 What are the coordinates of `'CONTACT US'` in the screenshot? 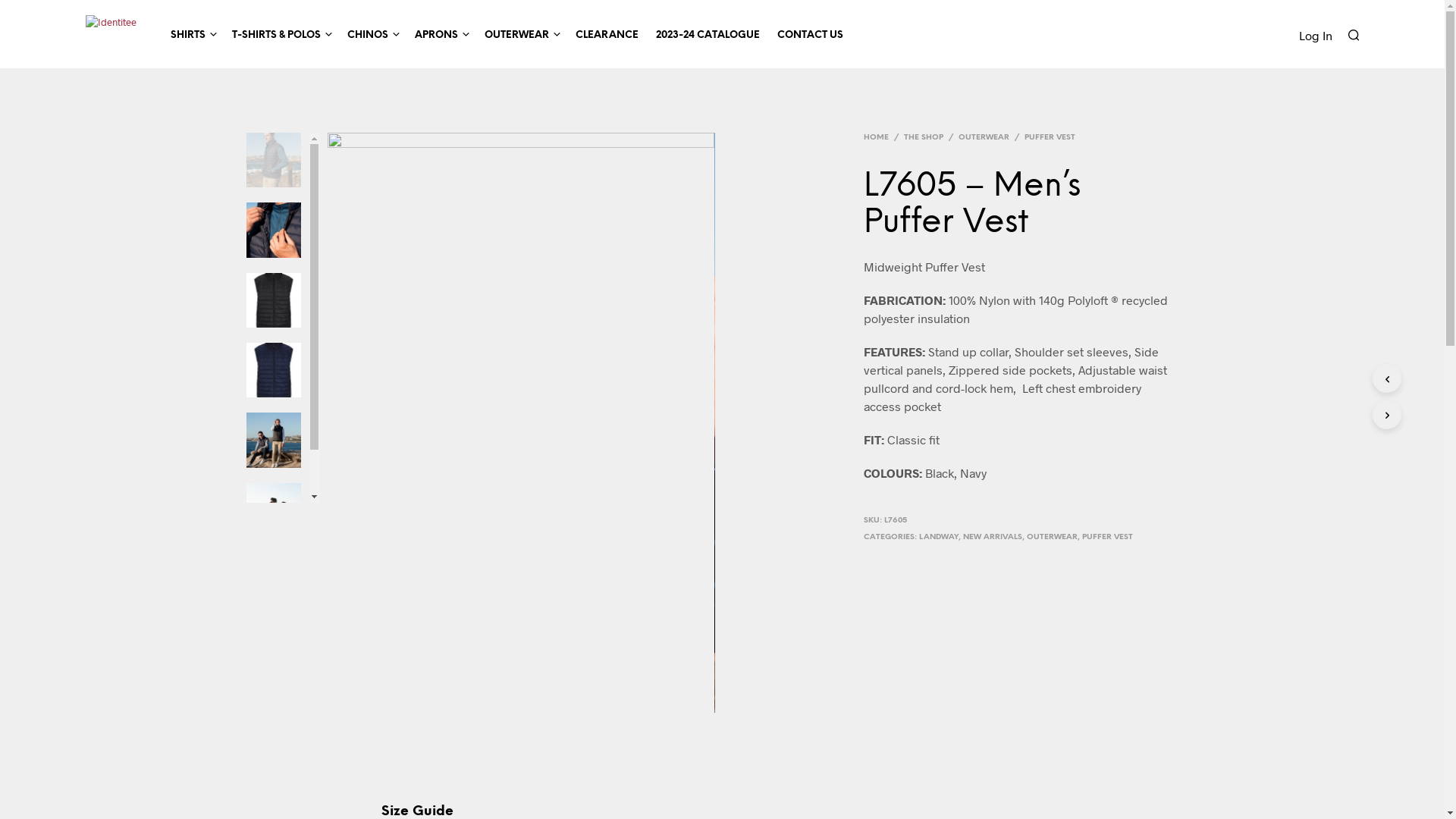 It's located at (808, 34).